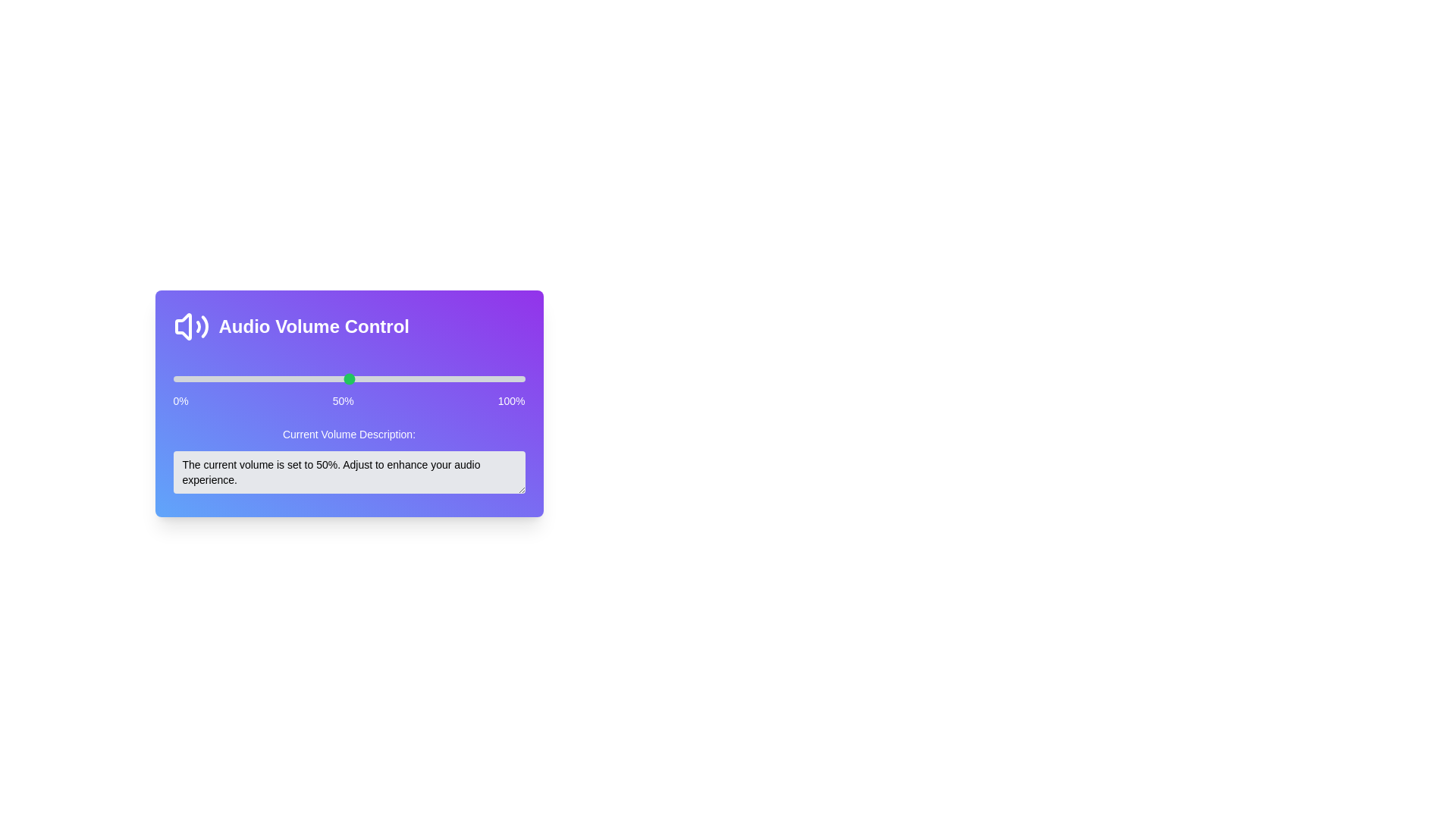  Describe the element at coordinates (254, 378) in the screenshot. I see `the volume slider to 23%` at that location.